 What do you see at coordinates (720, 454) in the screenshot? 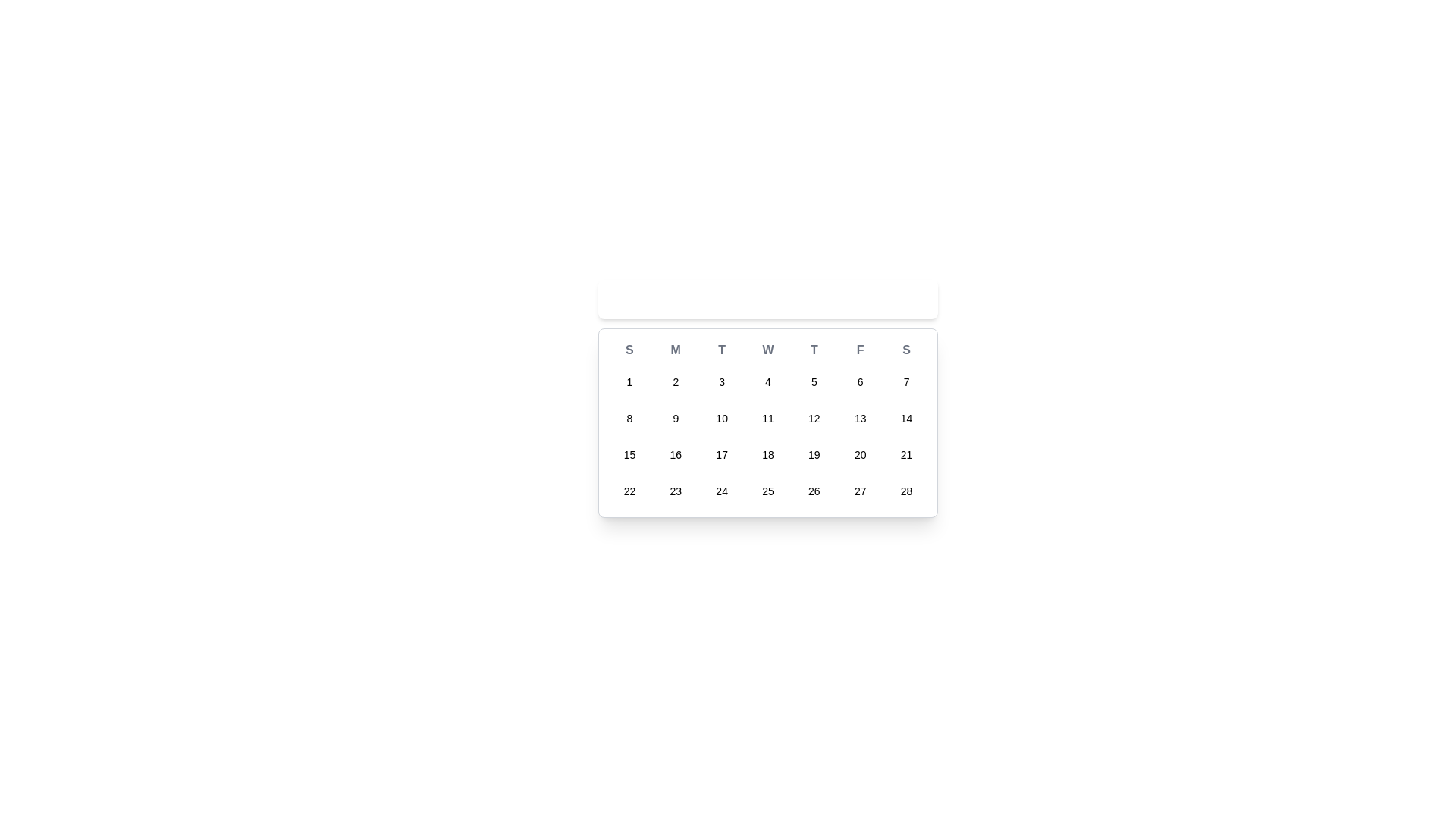
I see `the selectable date '17' in the fourth row and third column of the calendar grid` at bounding box center [720, 454].